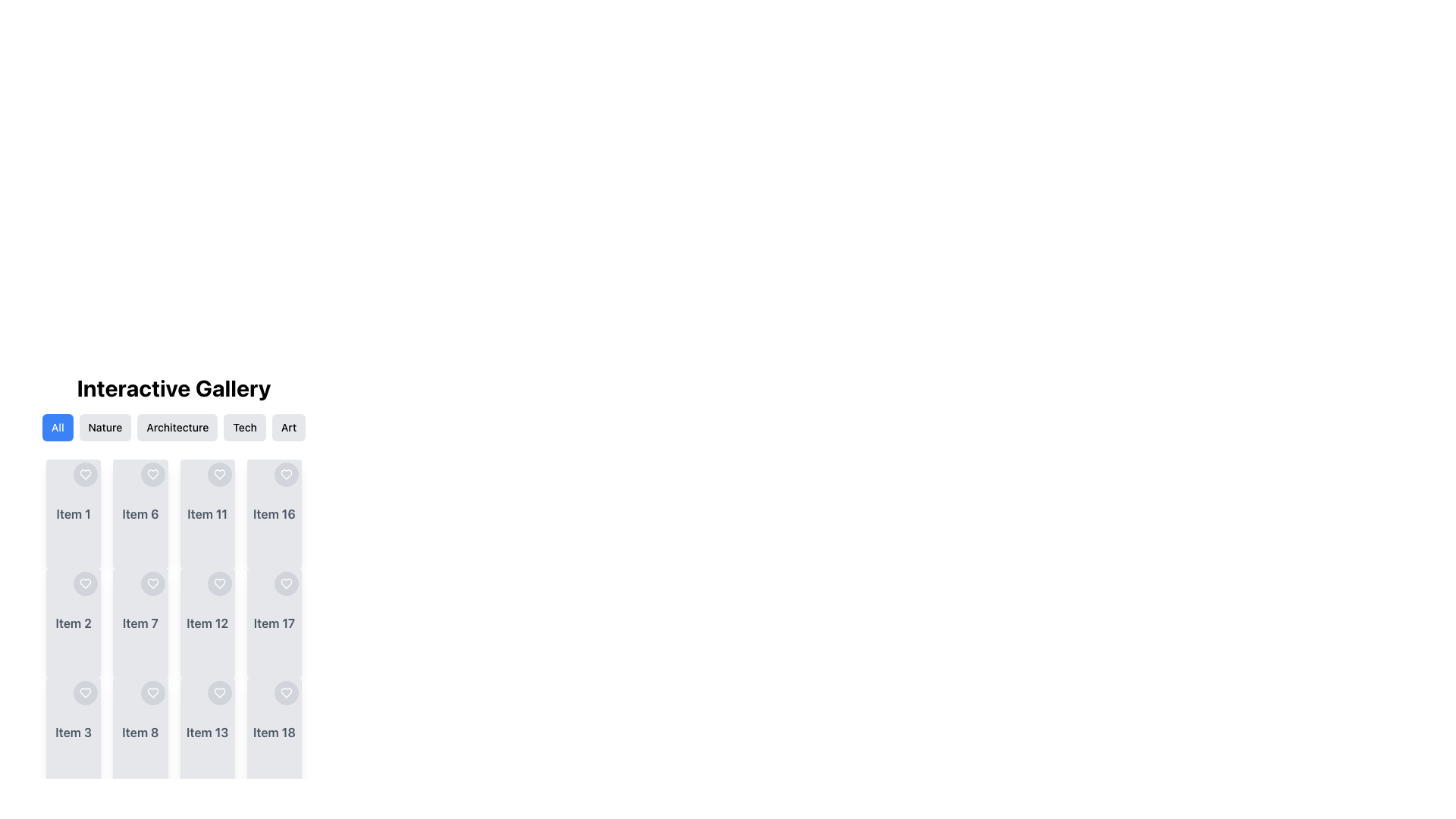 This screenshot has height=819, width=1456. Describe the element at coordinates (218, 473) in the screenshot. I see `the heart-shaped icon located inside the gray circular button` at that location.